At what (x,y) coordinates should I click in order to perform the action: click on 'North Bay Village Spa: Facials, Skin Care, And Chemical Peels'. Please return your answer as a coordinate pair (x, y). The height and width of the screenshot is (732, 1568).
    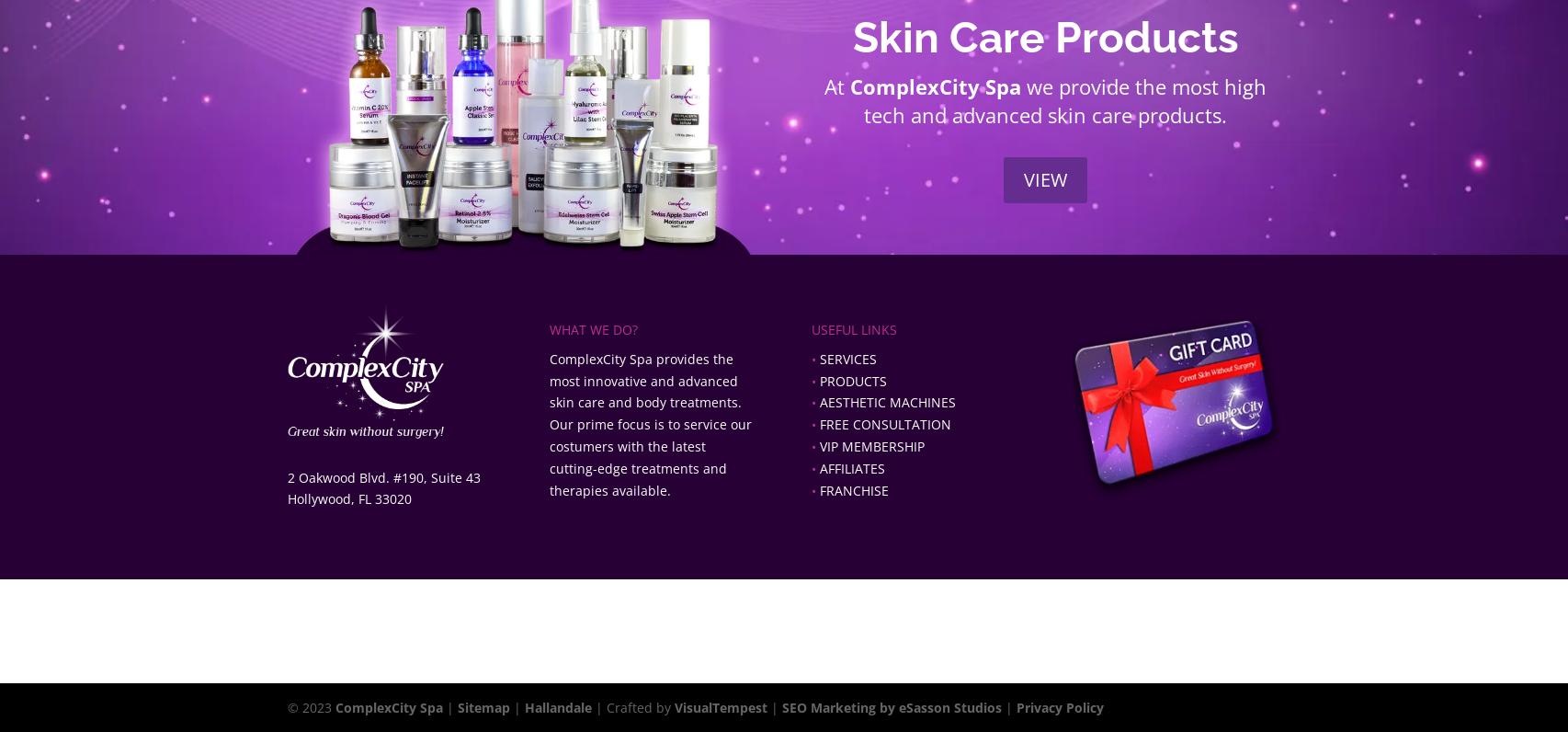
    Looking at the image, I should click on (688, 654).